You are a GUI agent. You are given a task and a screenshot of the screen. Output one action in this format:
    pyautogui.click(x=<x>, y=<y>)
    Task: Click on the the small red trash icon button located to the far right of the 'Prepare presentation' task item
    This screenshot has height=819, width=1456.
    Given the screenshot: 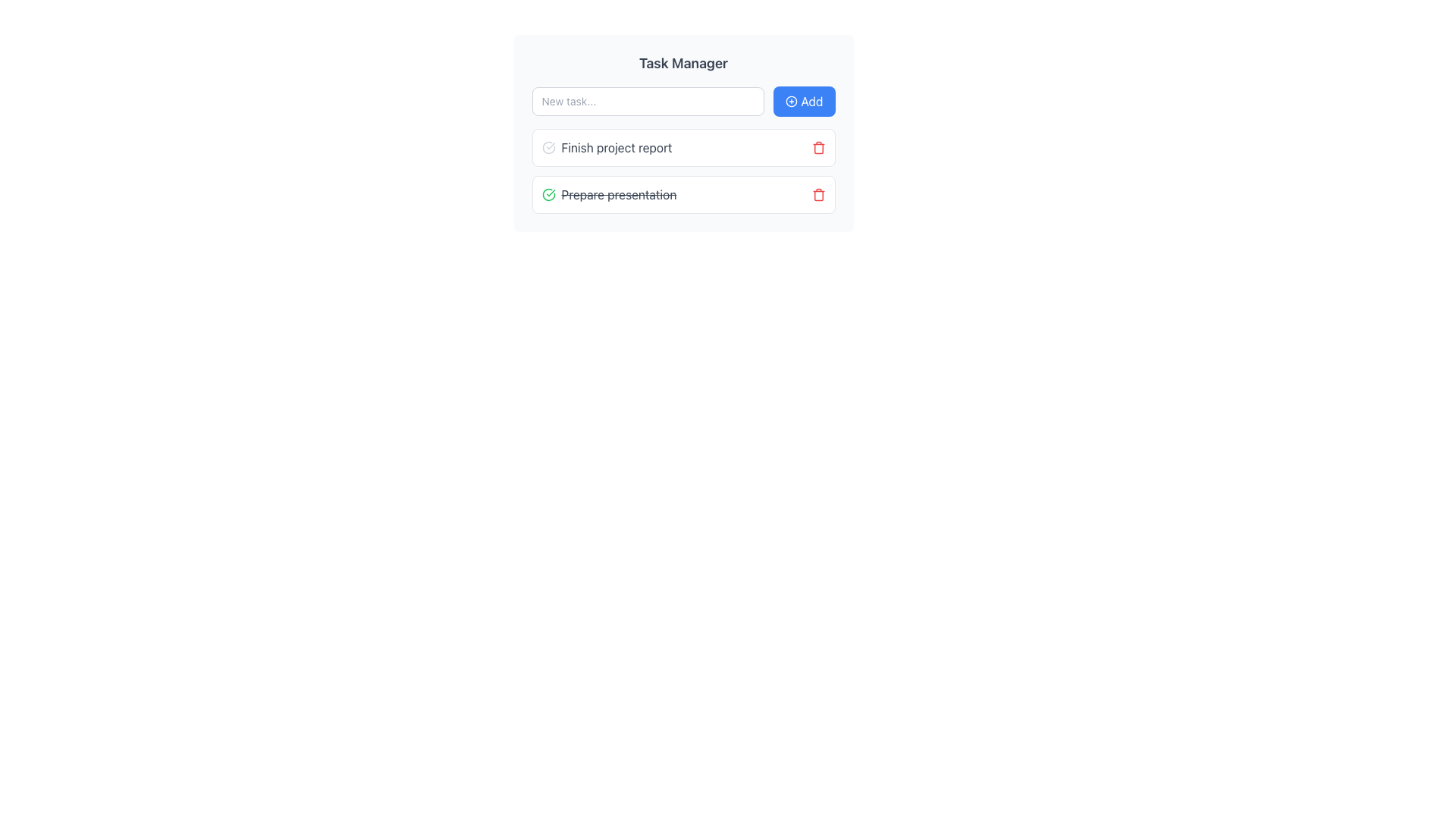 What is the action you would take?
    pyautogui.click(x=817, y=194)
    